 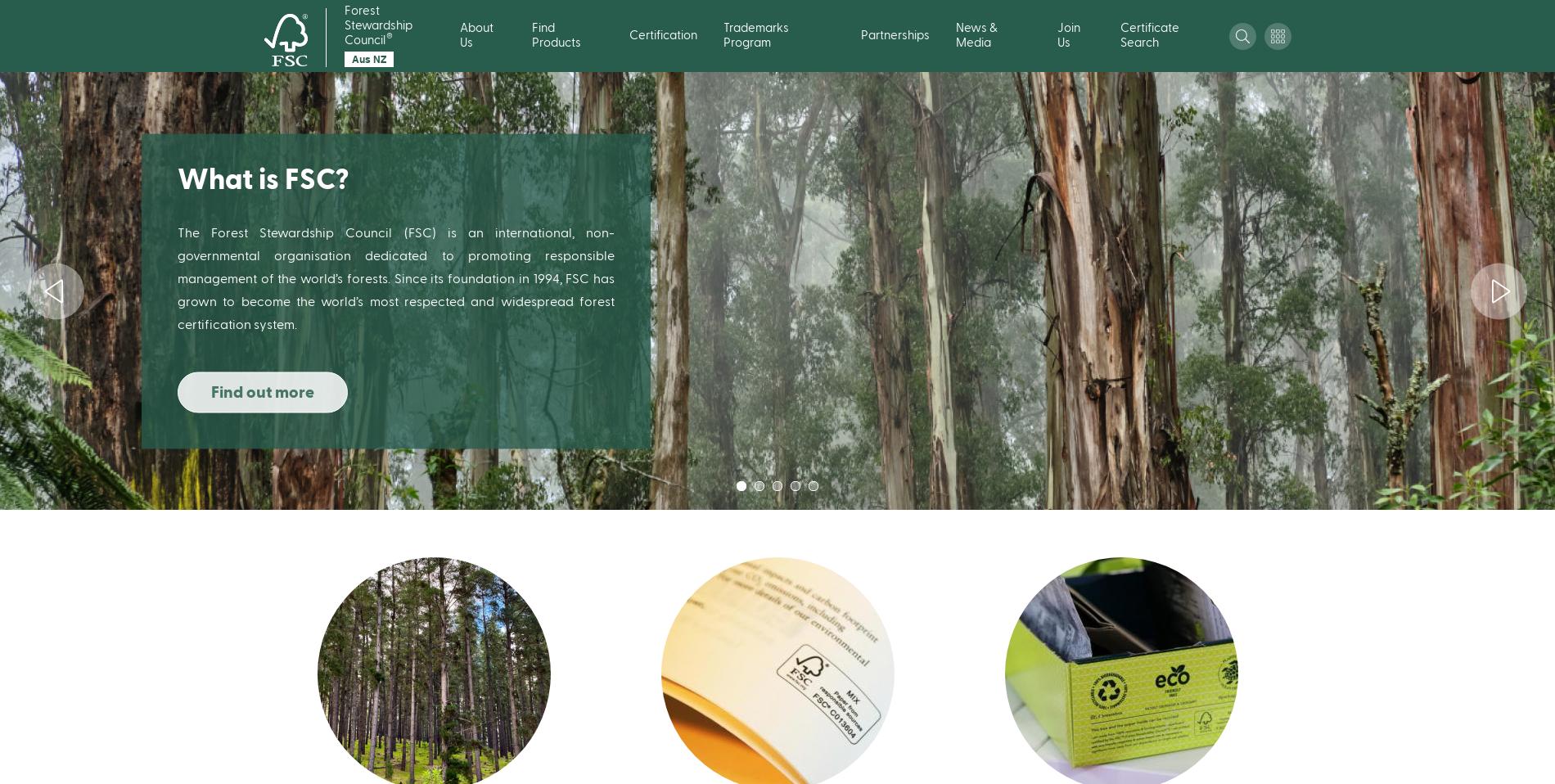 What do you see at coordinates (1050, 275) in the screenshot?
I see `'Trademark Portal'` at bounding box center [1050, 275].